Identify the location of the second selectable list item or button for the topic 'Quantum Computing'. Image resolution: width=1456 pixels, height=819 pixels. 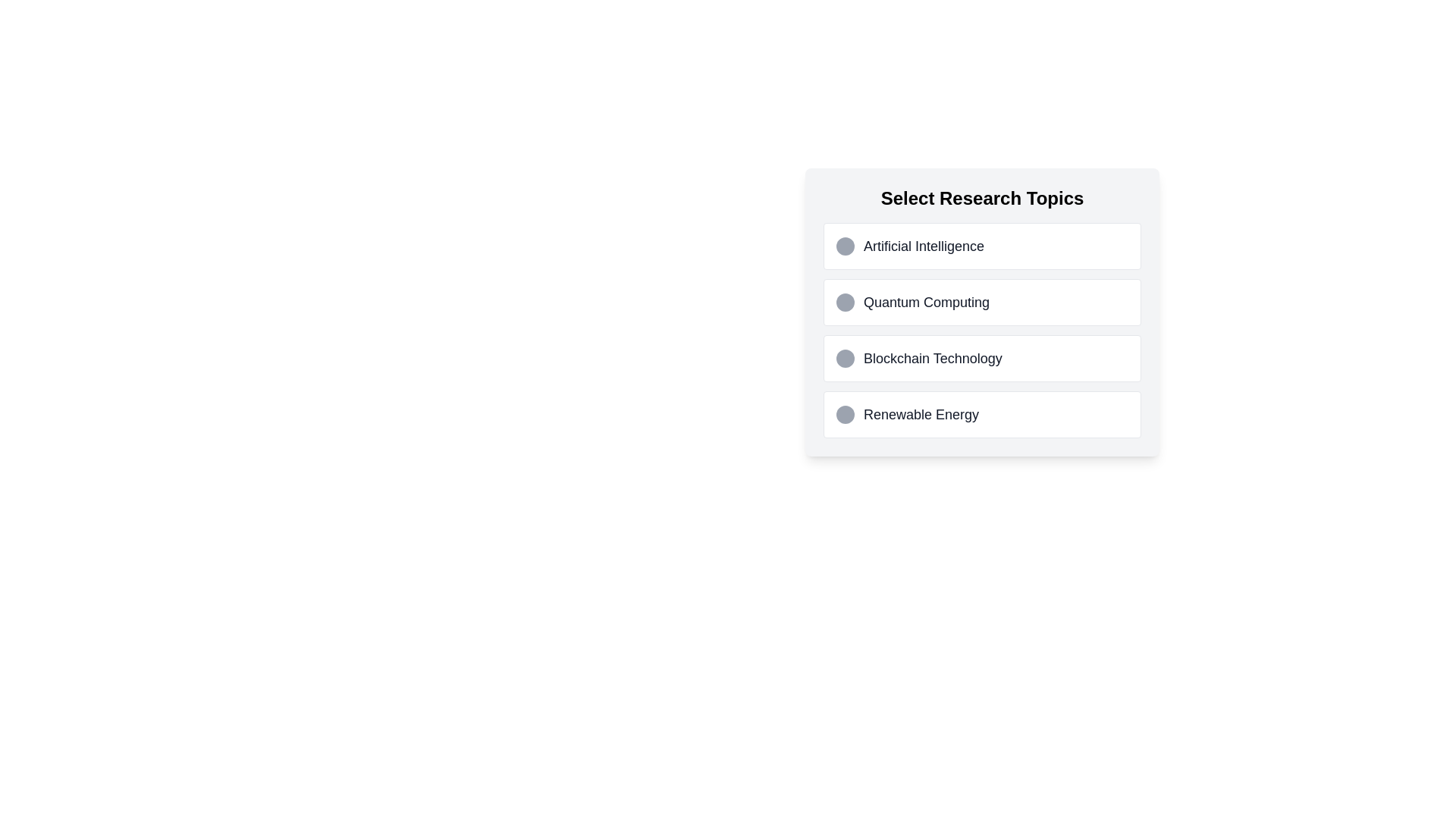
(982, 312).